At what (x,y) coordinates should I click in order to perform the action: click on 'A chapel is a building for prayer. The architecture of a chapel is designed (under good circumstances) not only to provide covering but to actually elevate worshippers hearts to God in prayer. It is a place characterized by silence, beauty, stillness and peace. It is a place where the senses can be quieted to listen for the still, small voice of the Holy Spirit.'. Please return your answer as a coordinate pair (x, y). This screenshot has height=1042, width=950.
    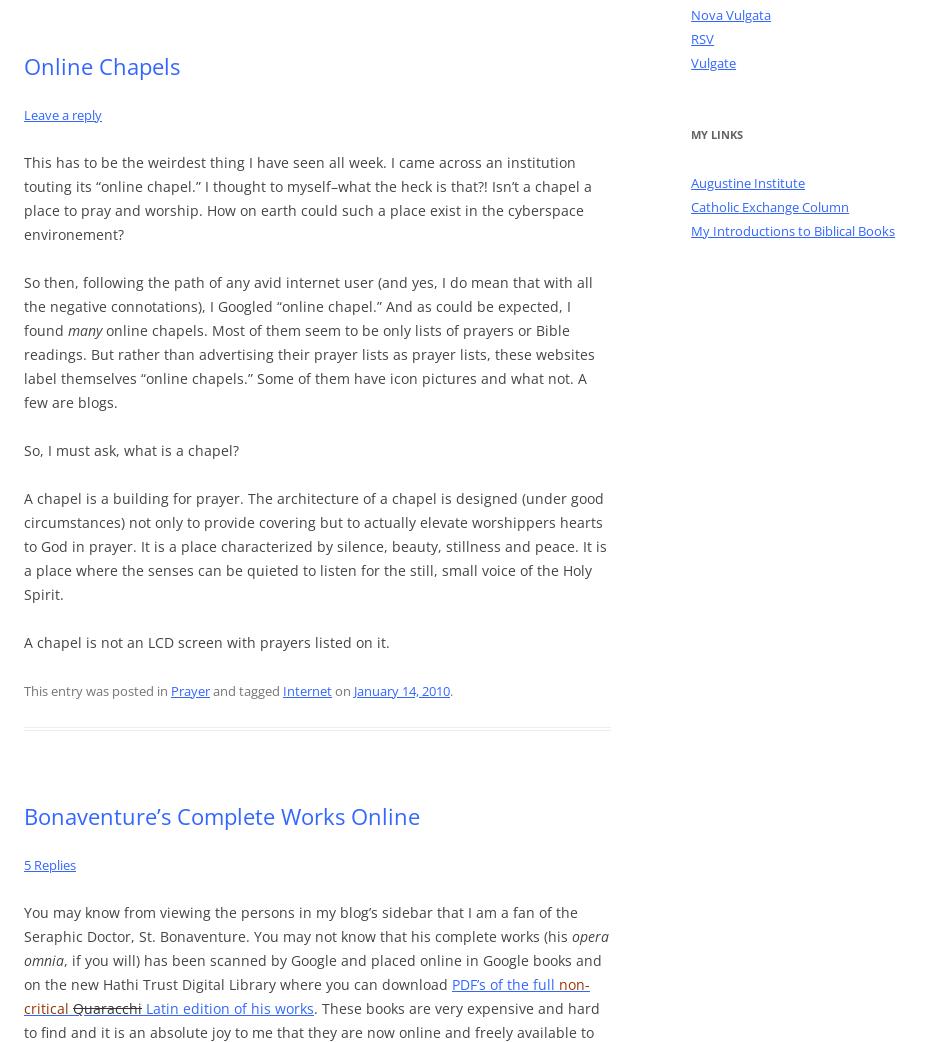
    Looking at the image, I should click on (314, 544).